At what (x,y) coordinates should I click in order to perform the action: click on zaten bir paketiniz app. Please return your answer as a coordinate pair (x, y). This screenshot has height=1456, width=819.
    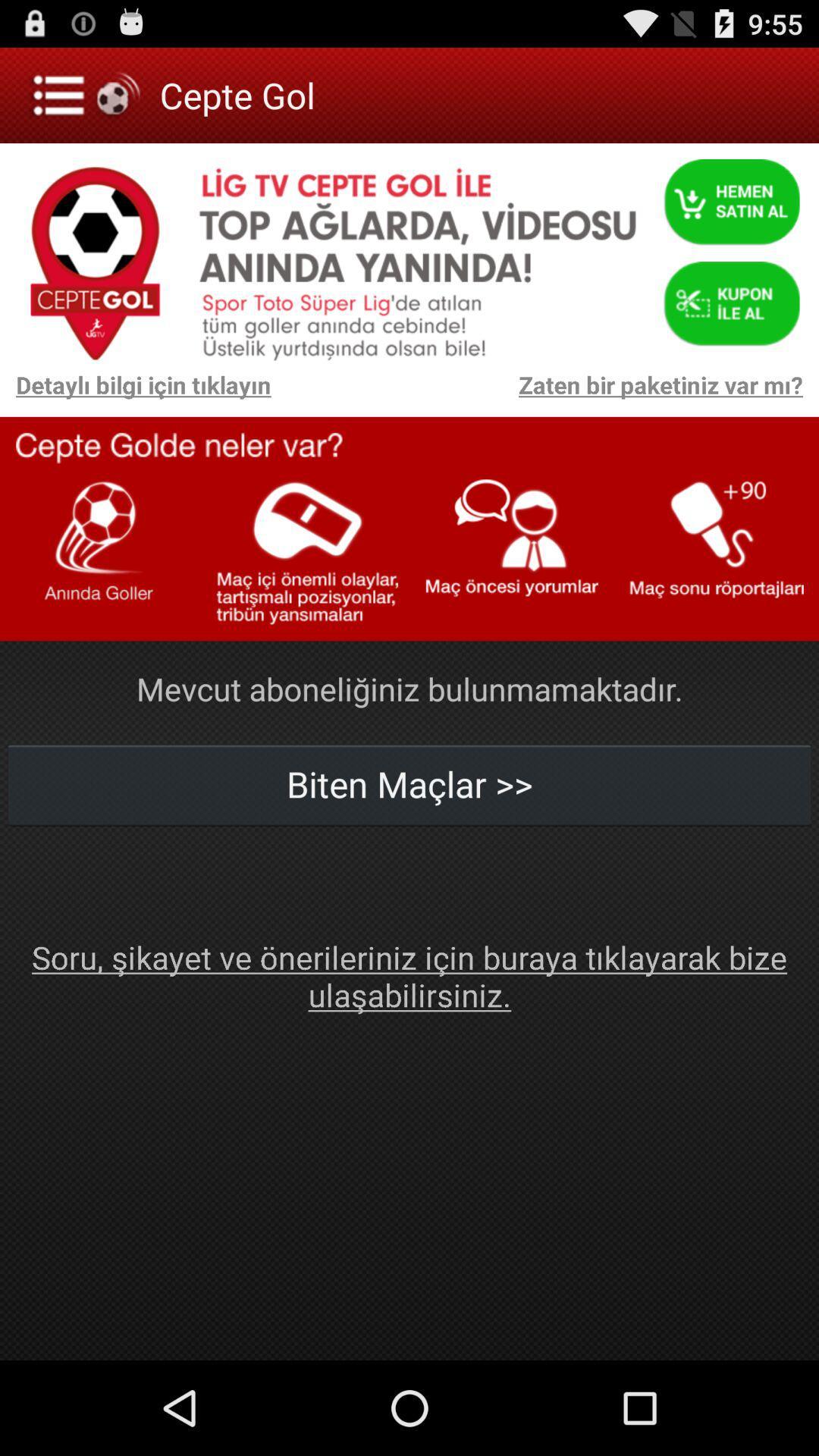
    Looking at the image, I should click on (544, 392).